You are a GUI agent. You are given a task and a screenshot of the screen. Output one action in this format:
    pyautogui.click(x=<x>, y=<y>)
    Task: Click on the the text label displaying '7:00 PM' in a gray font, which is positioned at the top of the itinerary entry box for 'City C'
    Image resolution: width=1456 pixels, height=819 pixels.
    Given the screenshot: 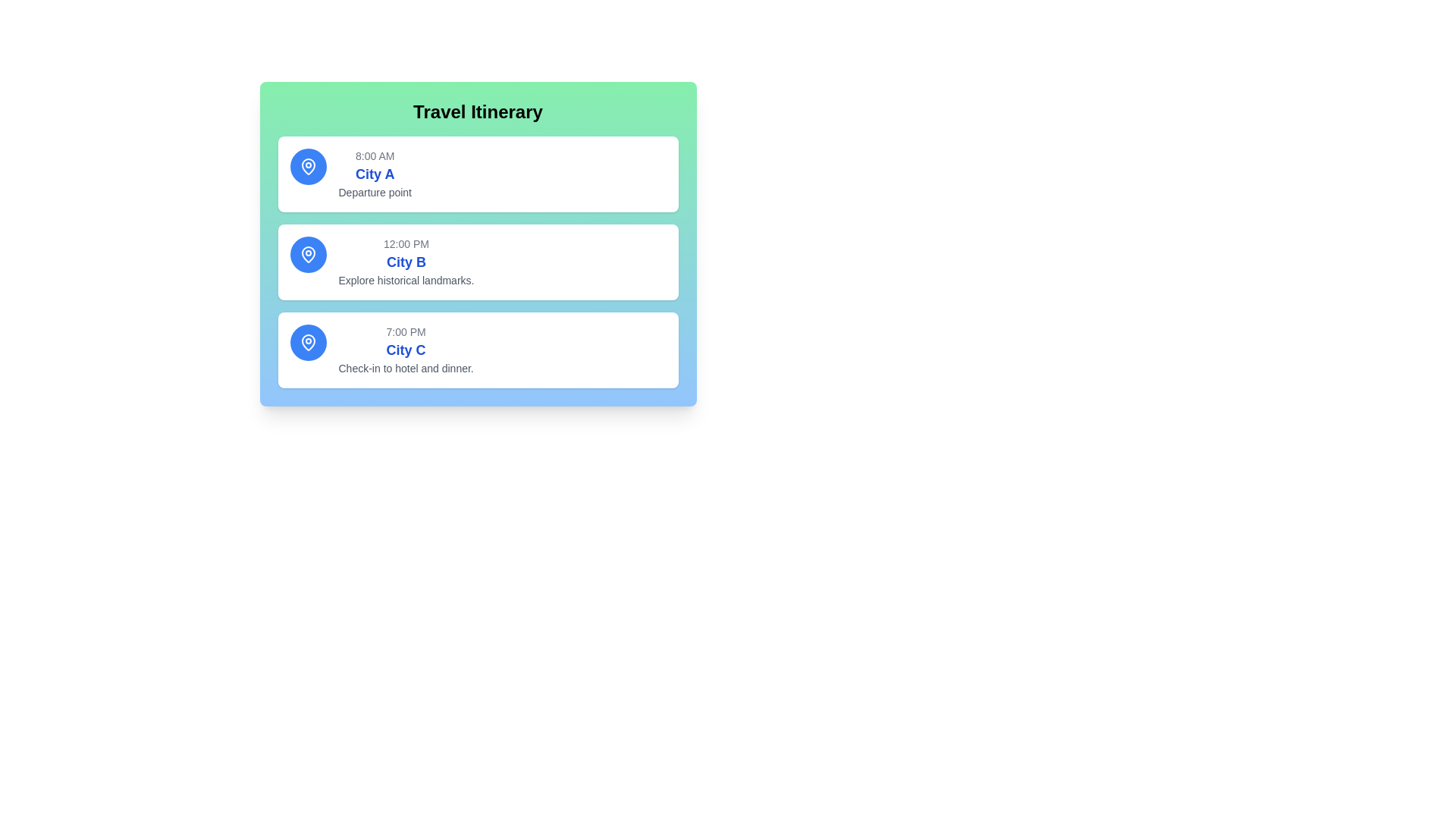 What is the action you would take?
    pyautogui.click(x=406, y=331)
    